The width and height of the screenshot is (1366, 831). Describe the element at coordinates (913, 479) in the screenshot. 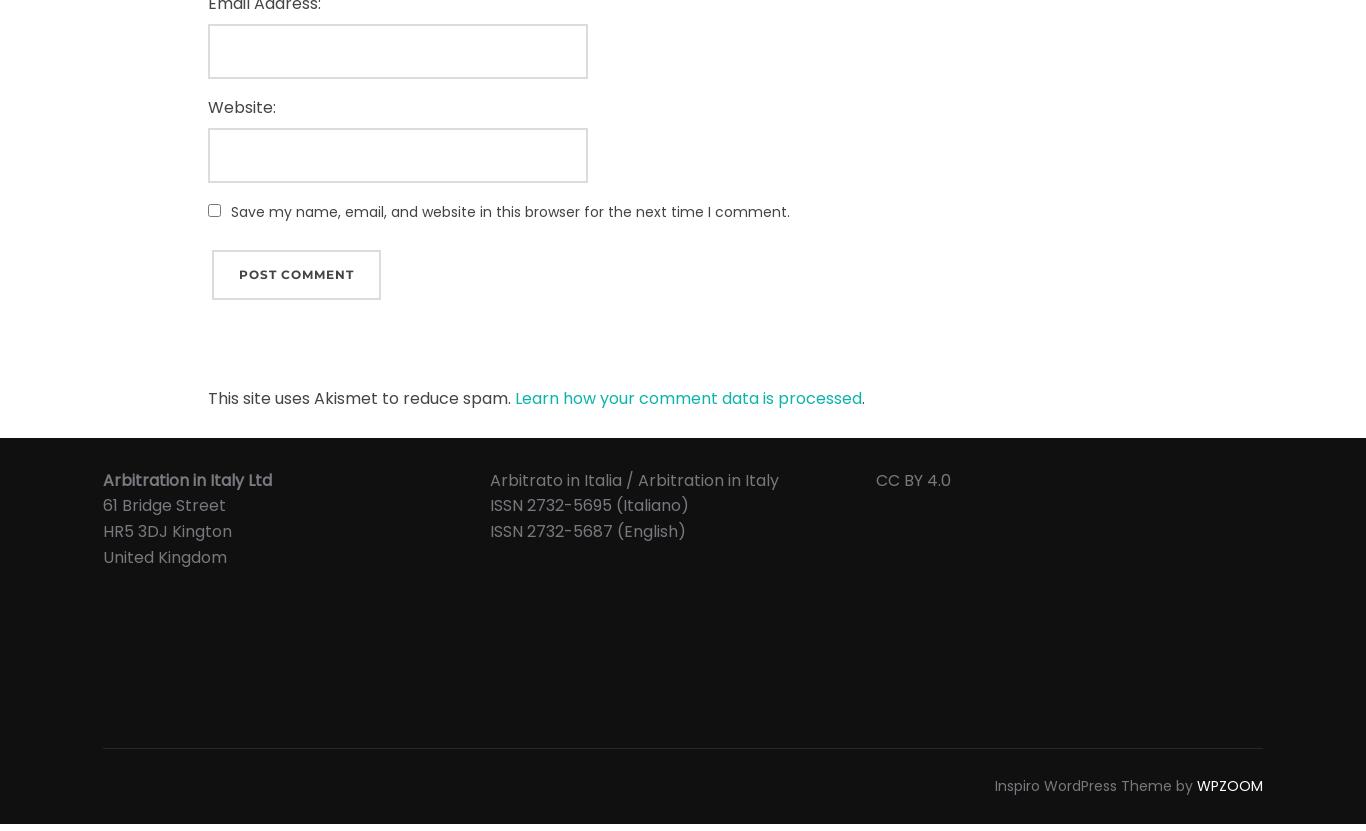

I see `'CC BY 4.0'` at that location.